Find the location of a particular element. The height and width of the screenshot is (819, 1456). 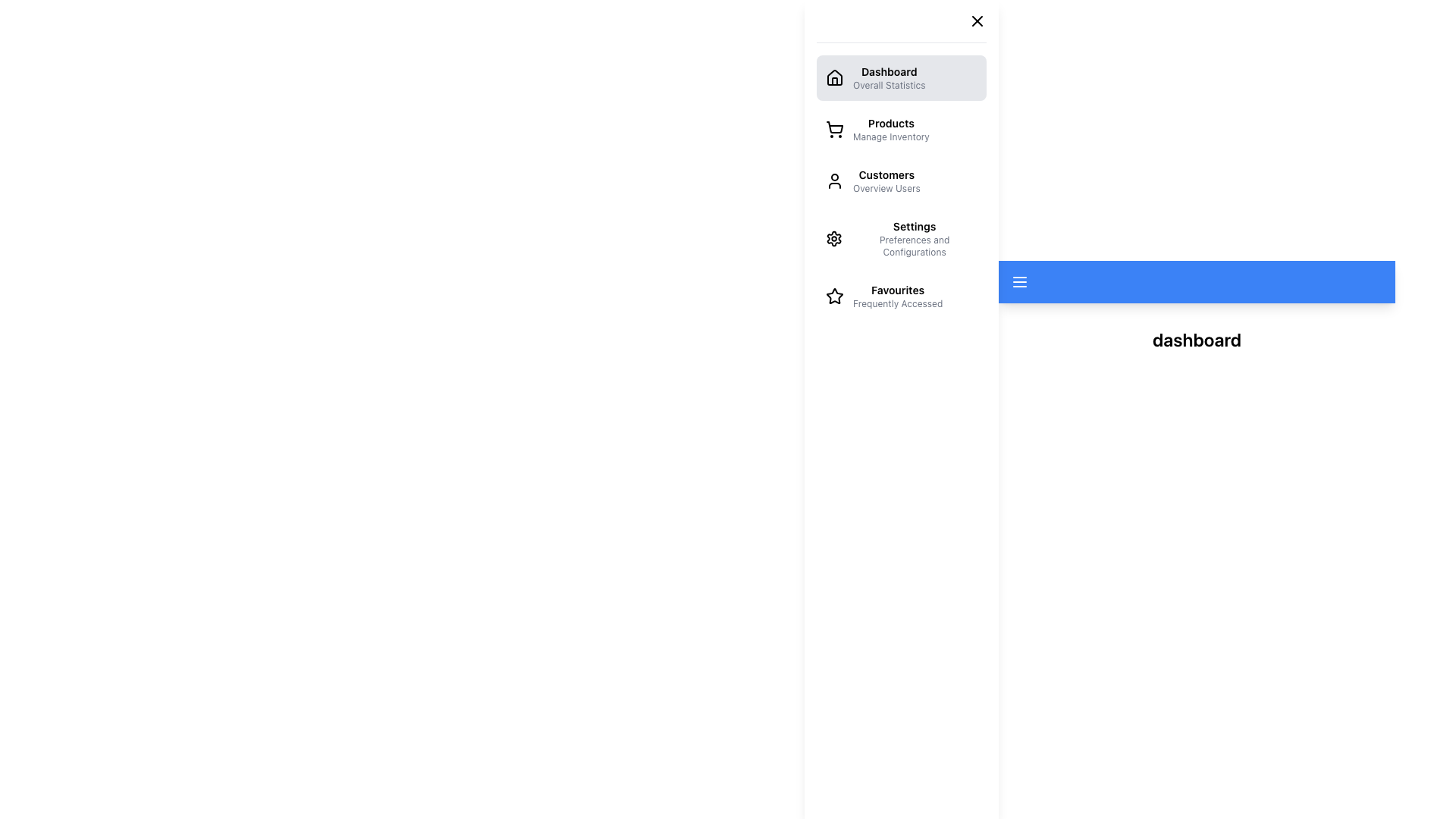

the static text element displaying 'Manage Inventory', which is located in the left sidebar menu, below the 'Products' header is located at coordinates (891, 137).